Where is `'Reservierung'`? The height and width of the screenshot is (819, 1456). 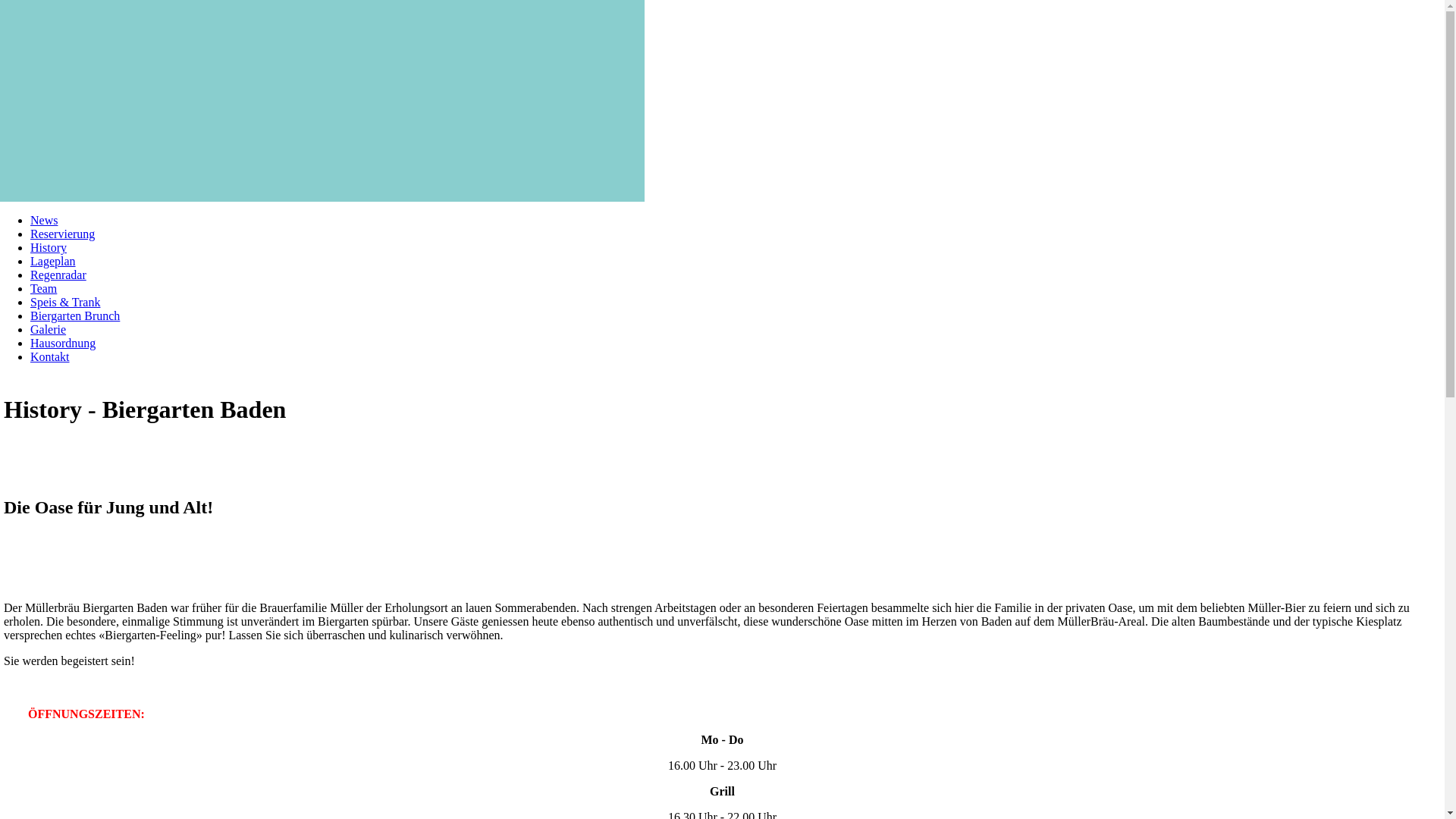
'Reservierung' is located at coordinates (61, 234).